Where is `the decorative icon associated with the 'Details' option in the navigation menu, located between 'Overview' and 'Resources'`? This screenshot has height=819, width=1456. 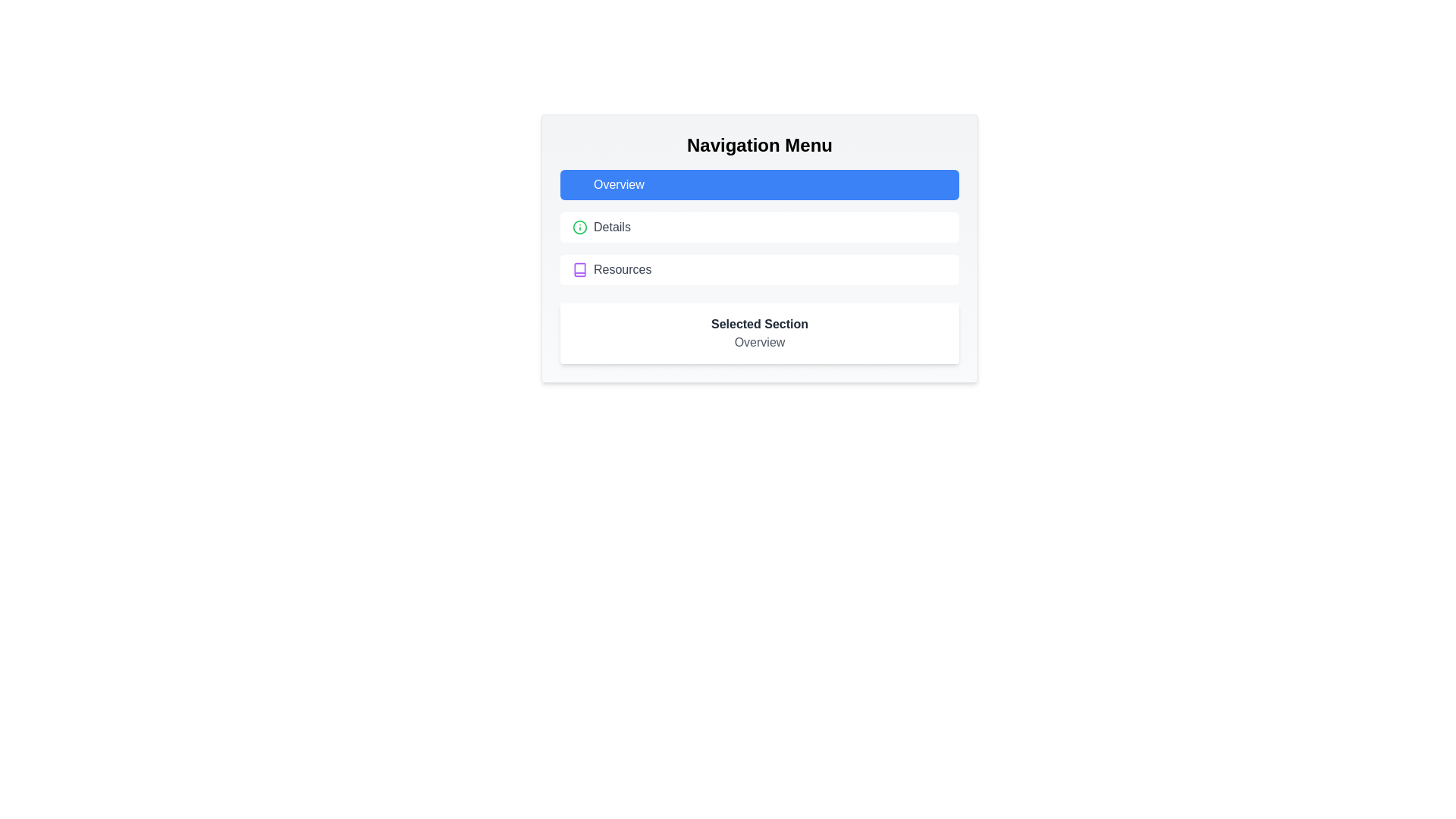 the decorative icon associated with the 'Details' option in the navigation menu, located between 'Overview' and 'Resources' is located at coordinates (579, 227).